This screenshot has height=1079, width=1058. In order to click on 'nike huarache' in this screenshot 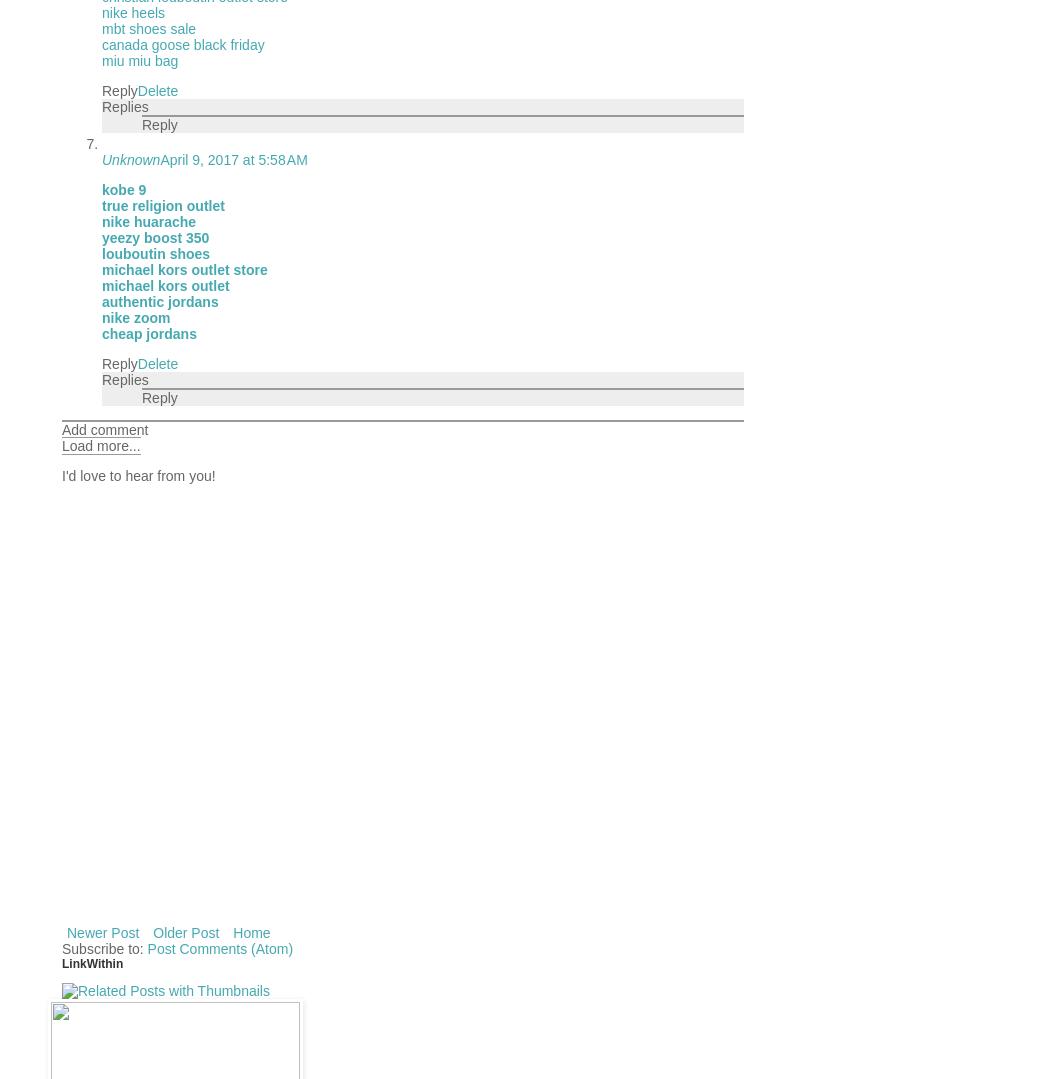, I will do `click(147, 219)`.